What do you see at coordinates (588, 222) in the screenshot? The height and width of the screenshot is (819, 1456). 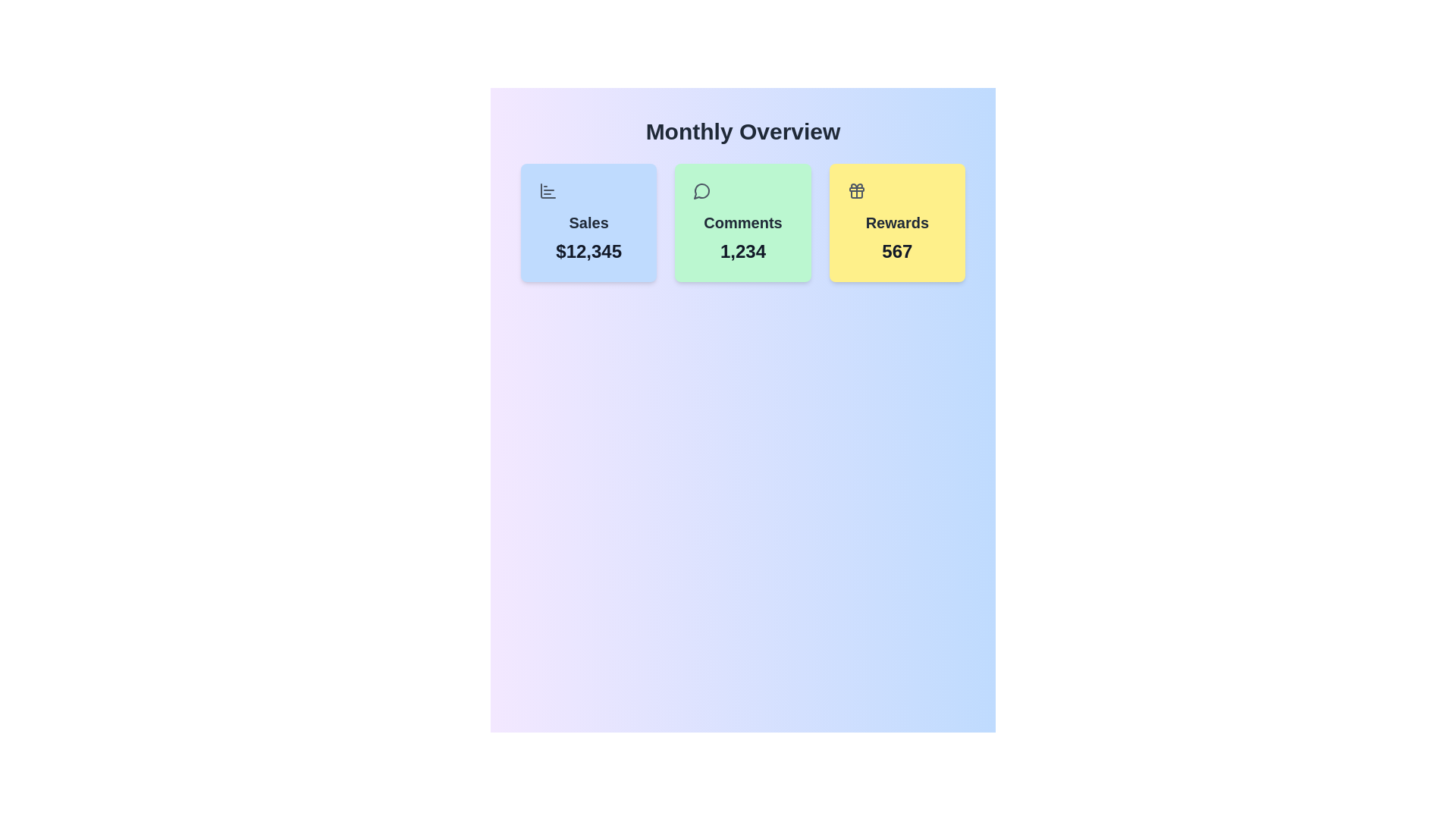 I see `the first Information display card that summarizes sales figures, located on the leftmost side of the row in the upper part of the layout` at bounding box center [588, 222].